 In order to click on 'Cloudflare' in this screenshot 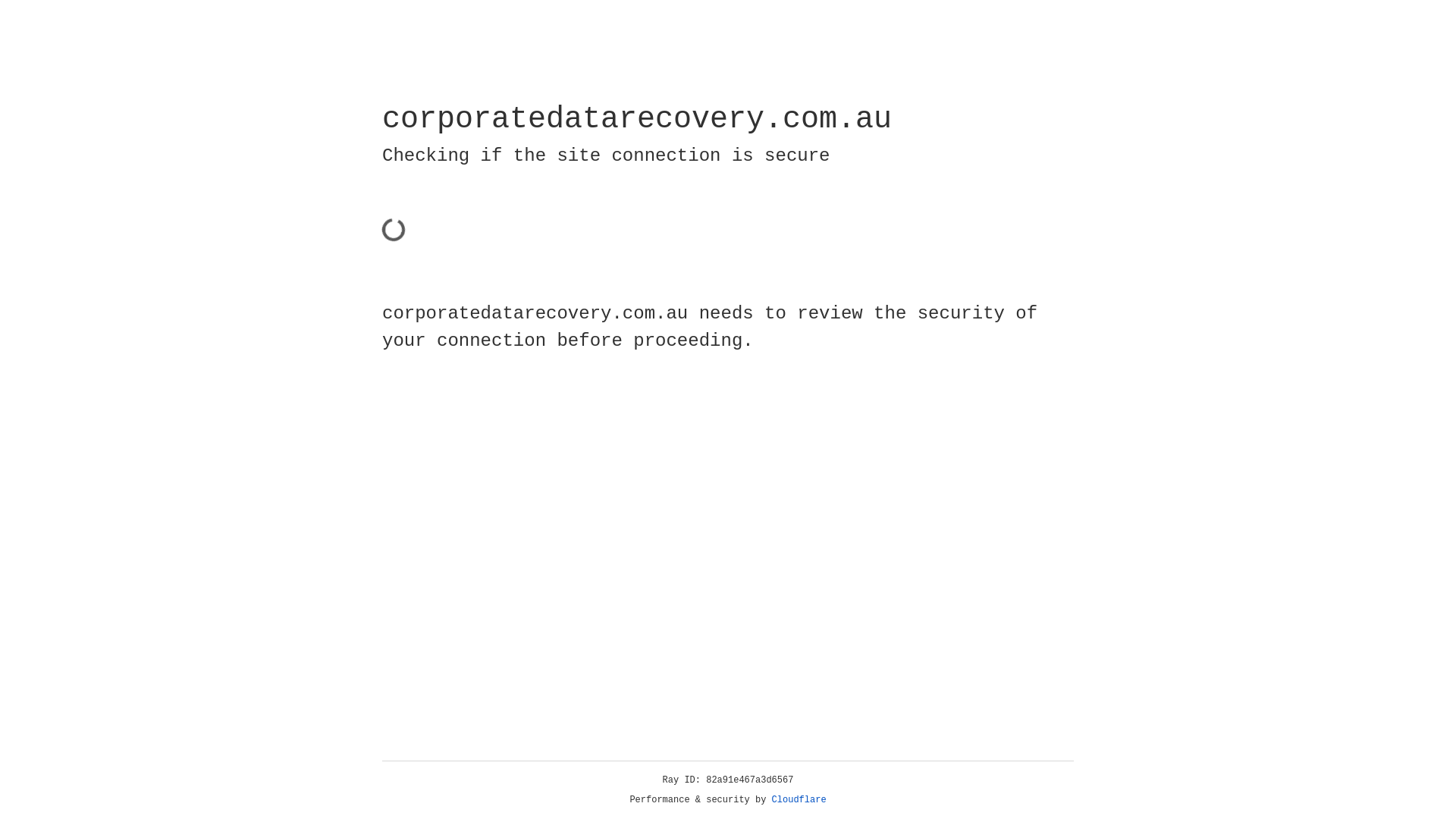, I will do `click(771, 799)`.